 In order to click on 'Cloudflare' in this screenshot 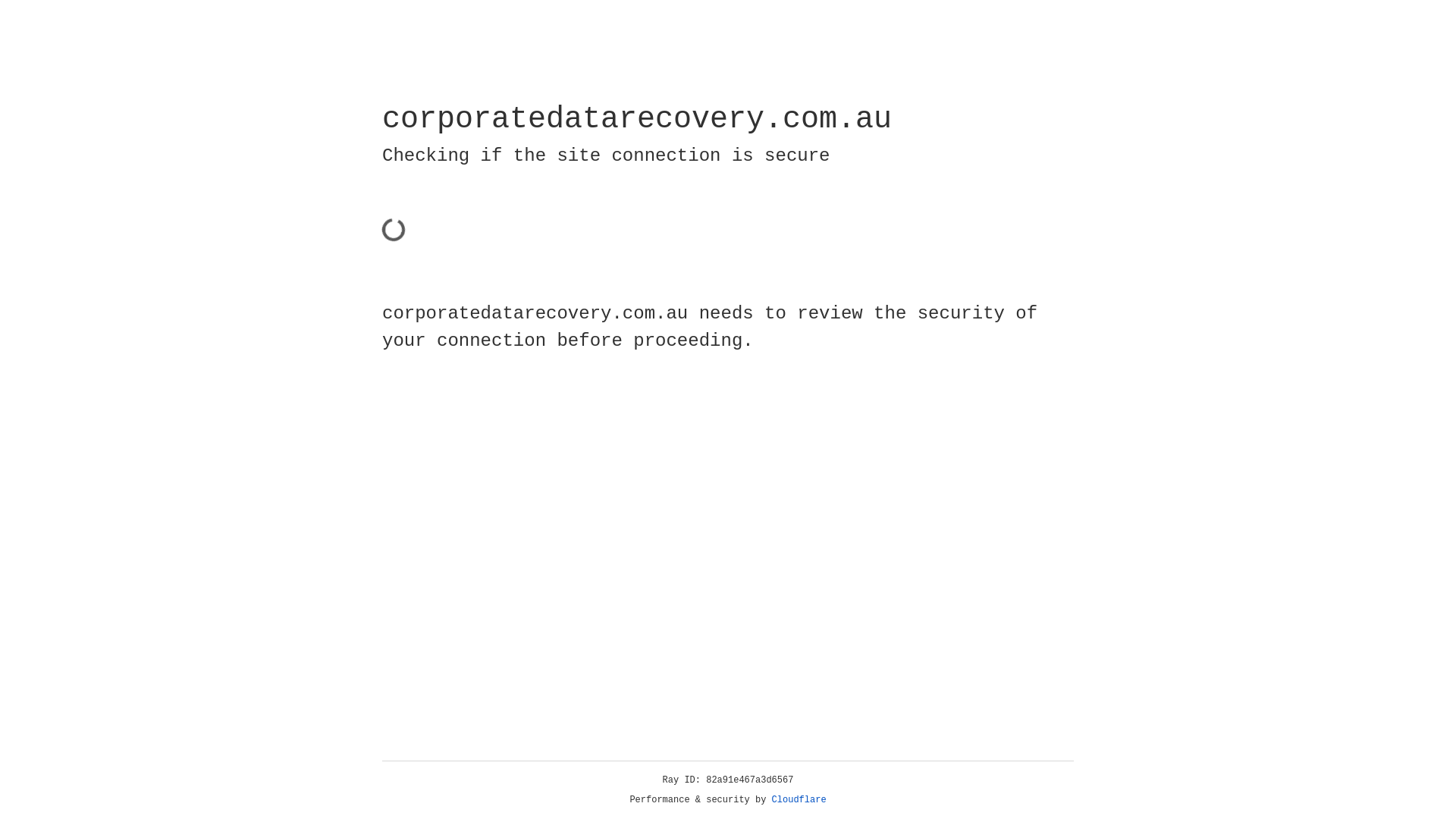, I will do `click(771, 799)`.